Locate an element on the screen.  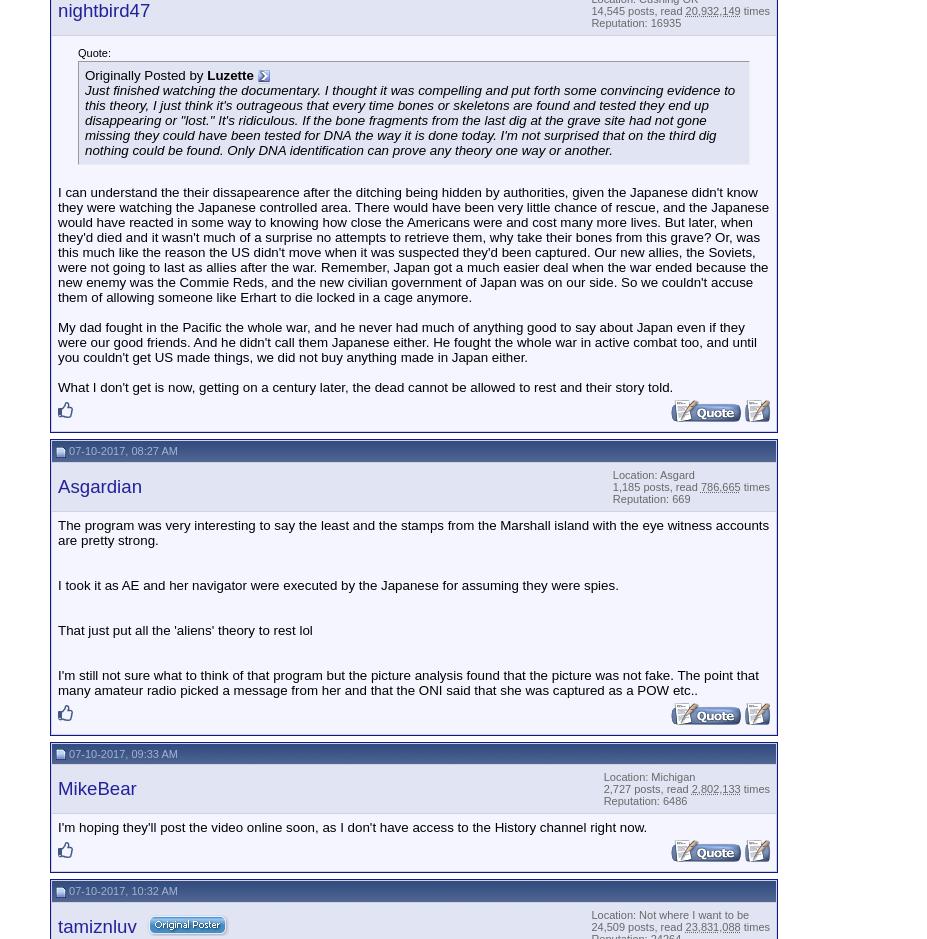
'What I don't get is now, getting on a century later, the dead cannot be allowed to rest and their story told.' is located at coordinates (364, 386).